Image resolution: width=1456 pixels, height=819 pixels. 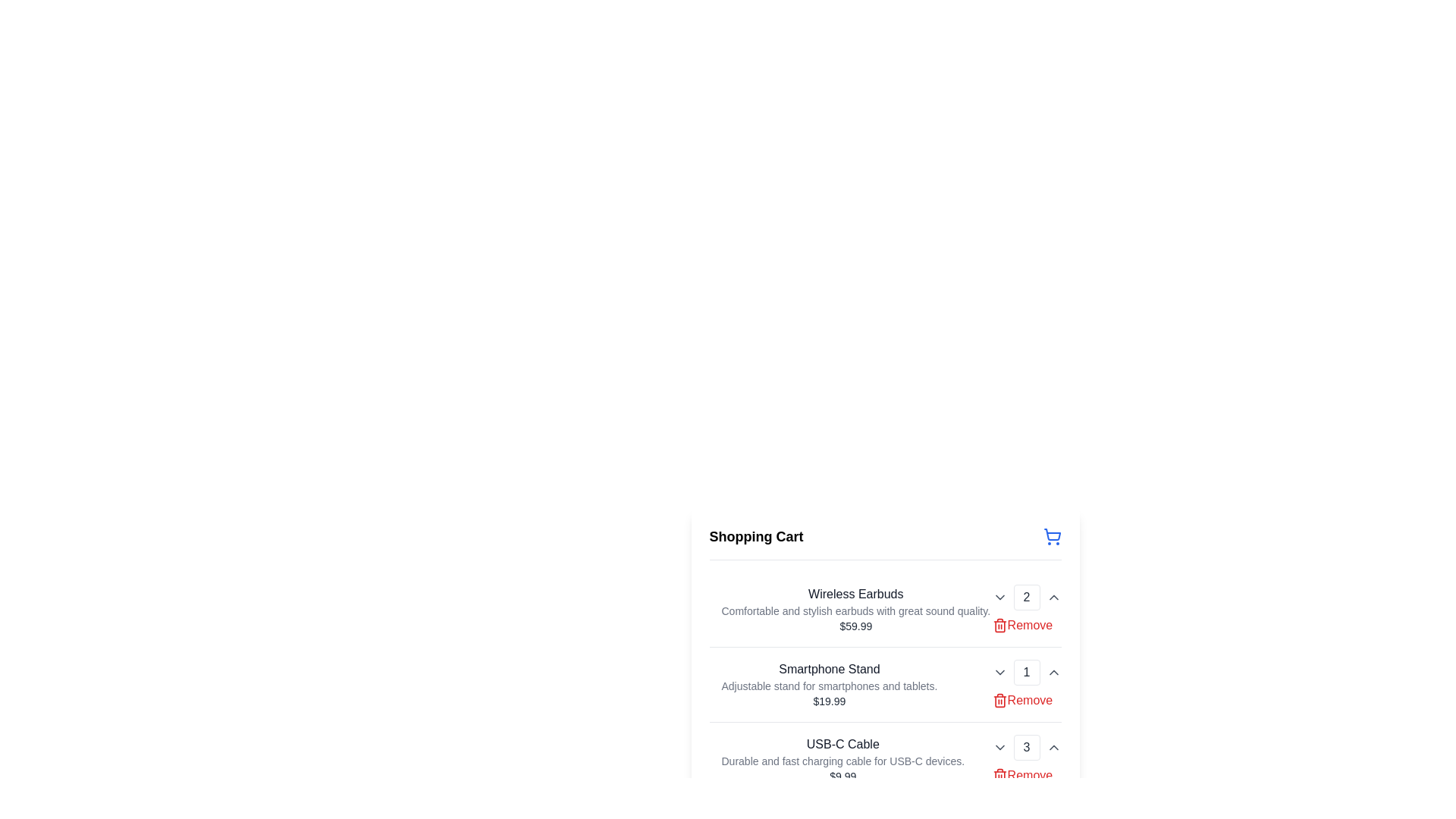 What do you see at coordinates (1026, 608) in the screenshot?
I see `the decrement button on the Quantity Selector (Spinner) for the 'Wireless Earbuds' item in the shopping cart, located above the red 'Remove' button and near the price '$59.99'` at bounding box center [1026, 608].